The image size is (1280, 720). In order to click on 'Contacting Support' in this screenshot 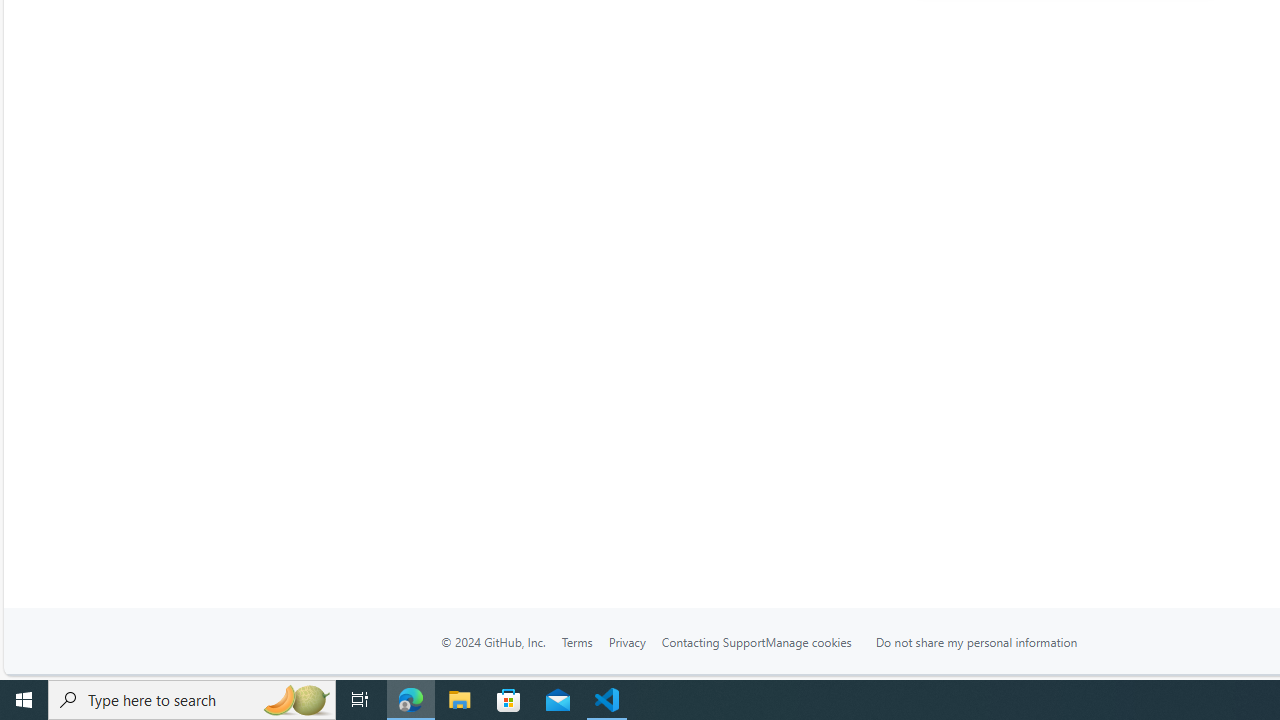, I will do `click(712, 641)`.